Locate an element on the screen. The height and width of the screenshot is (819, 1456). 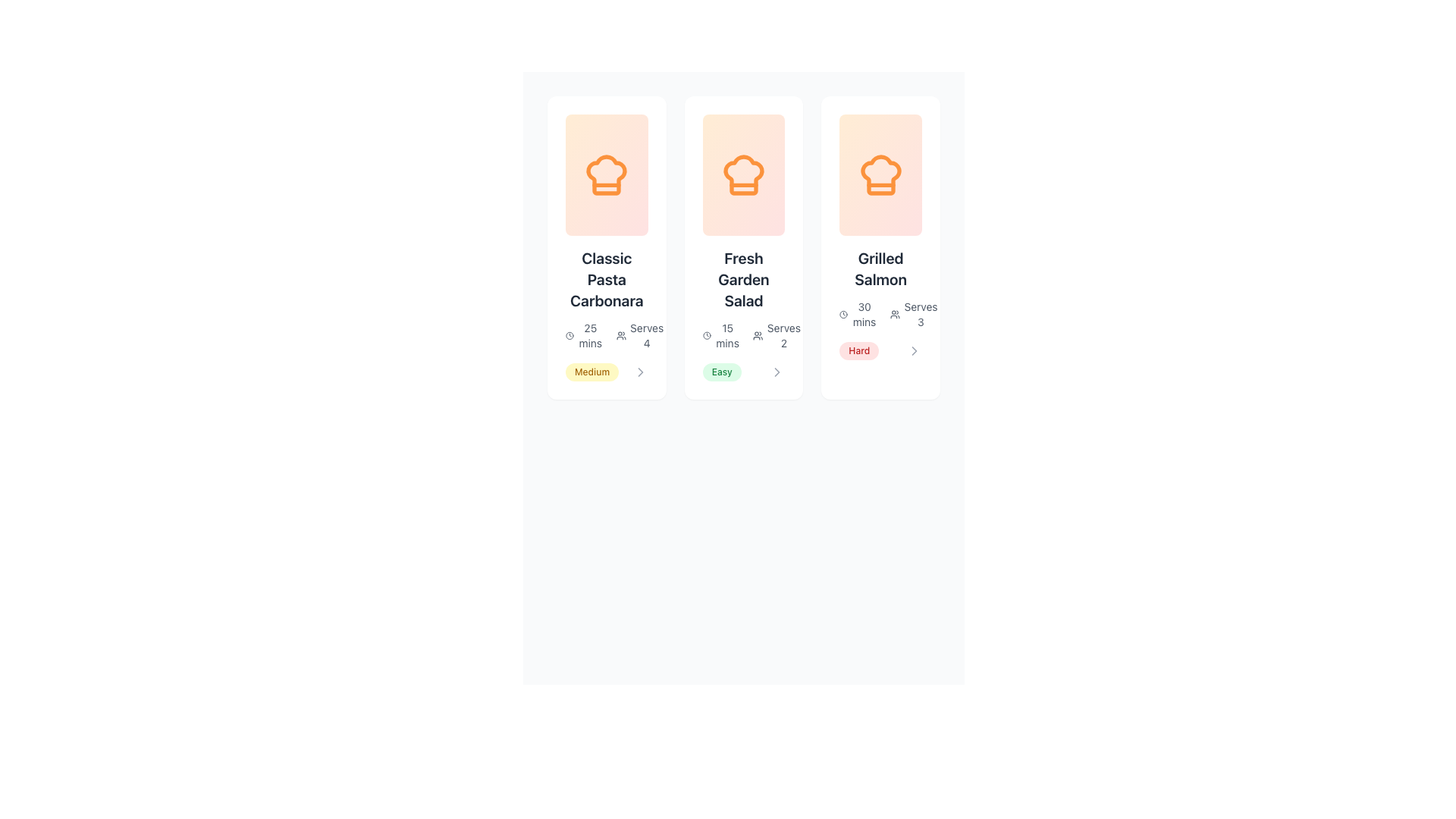
the icon representing freshness on the recipe card titled 'Fresh Garden Salad', located at the center of the card above the text and other icons is located at coordinates (743, 174).